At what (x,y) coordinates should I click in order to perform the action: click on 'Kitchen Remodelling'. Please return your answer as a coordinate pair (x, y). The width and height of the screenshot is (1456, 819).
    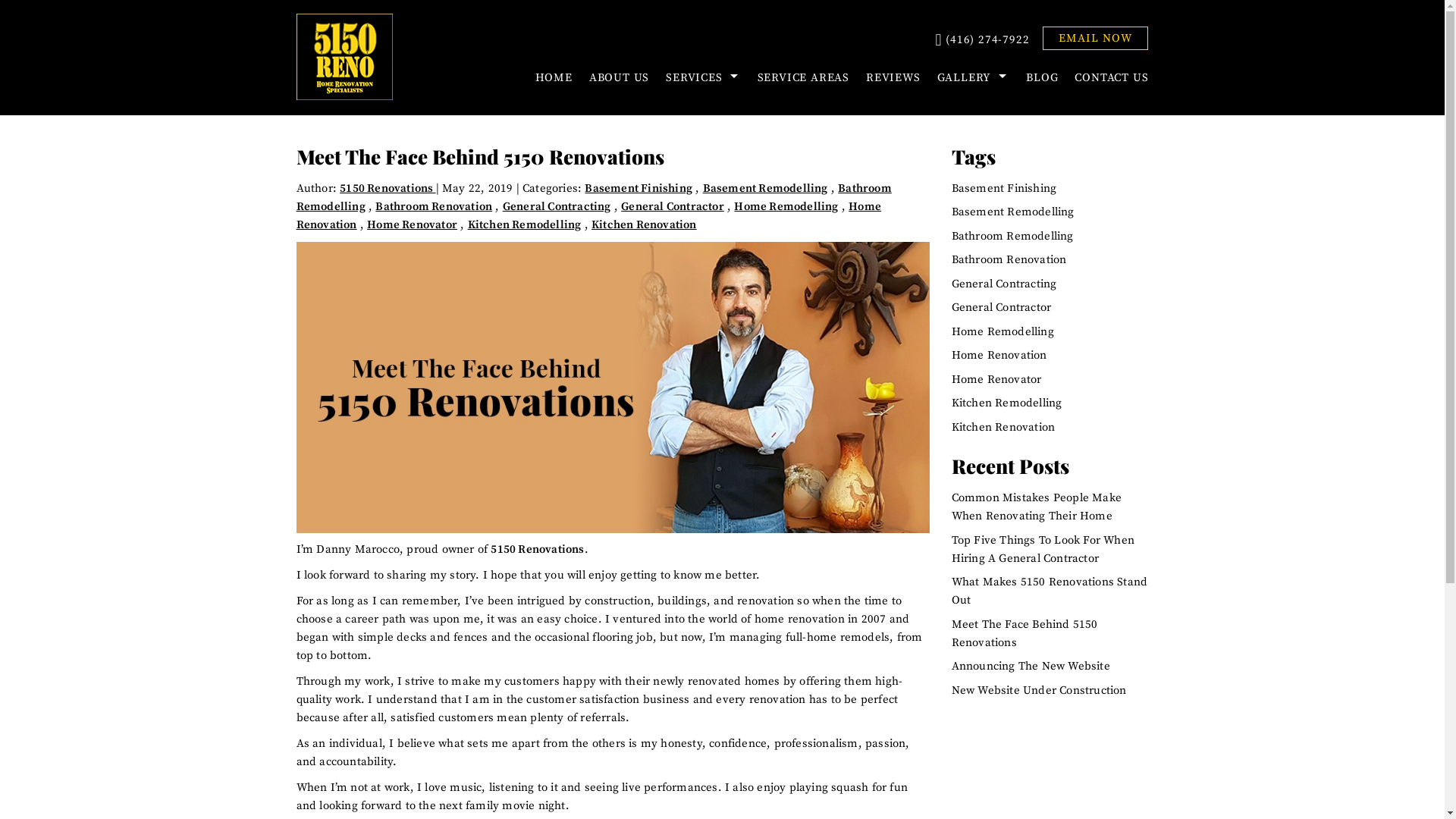
    Looking at the image, I should click on (524, 224).